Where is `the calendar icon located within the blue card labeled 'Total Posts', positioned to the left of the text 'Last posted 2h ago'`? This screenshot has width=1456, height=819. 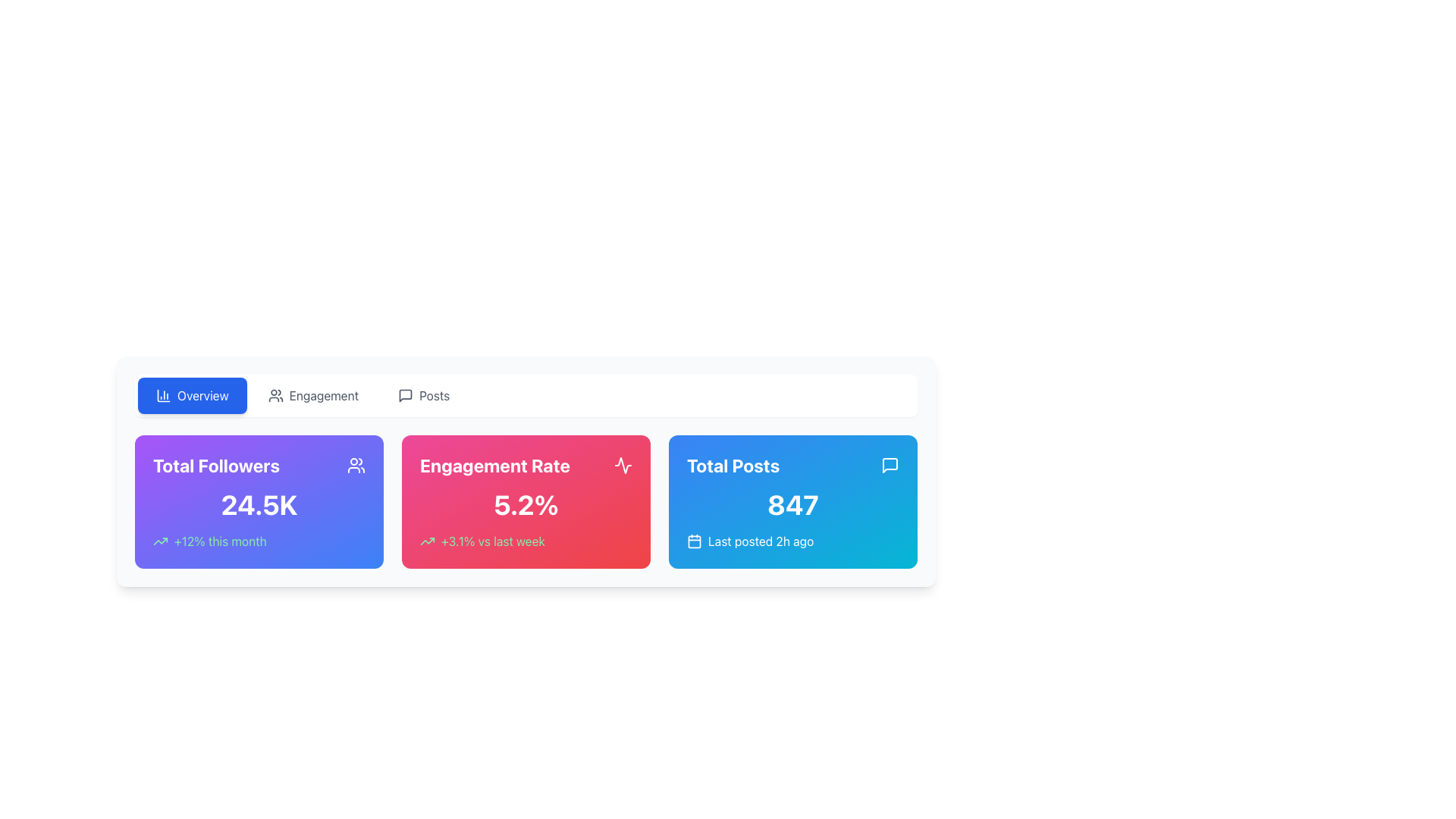 the calendar icon located within the blue card labeled 'Total Posts', positioned to the left of the text 'Last posted 2h ago' is located at coordinates (694, 540).